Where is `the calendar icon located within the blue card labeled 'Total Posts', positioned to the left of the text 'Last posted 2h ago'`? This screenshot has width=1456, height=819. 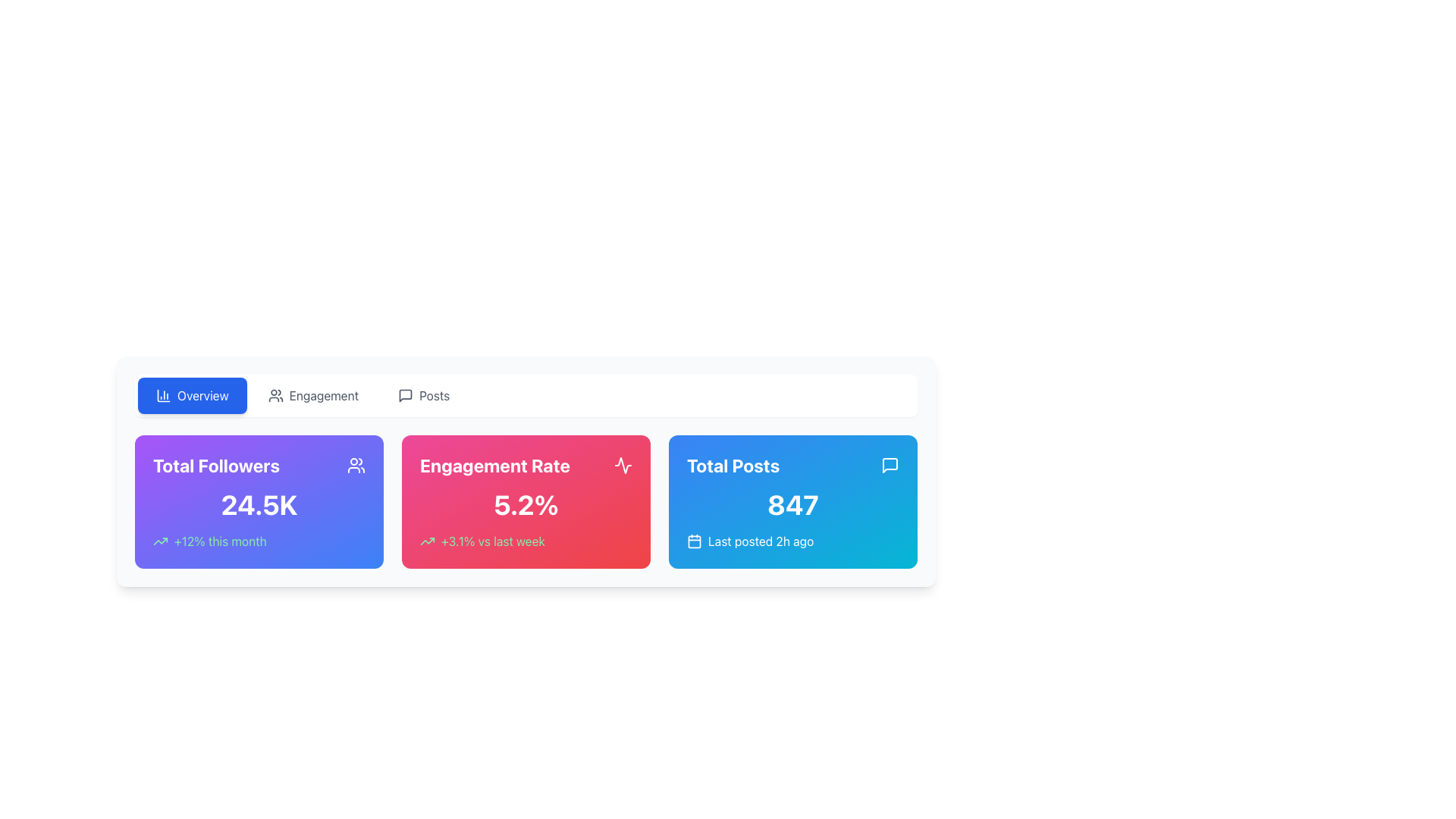 the calendar icon located within the blue card labeled 'Total Posts', positioned to the left of the text 'Last posted 2h ago' is located at coordinates (694, 540).